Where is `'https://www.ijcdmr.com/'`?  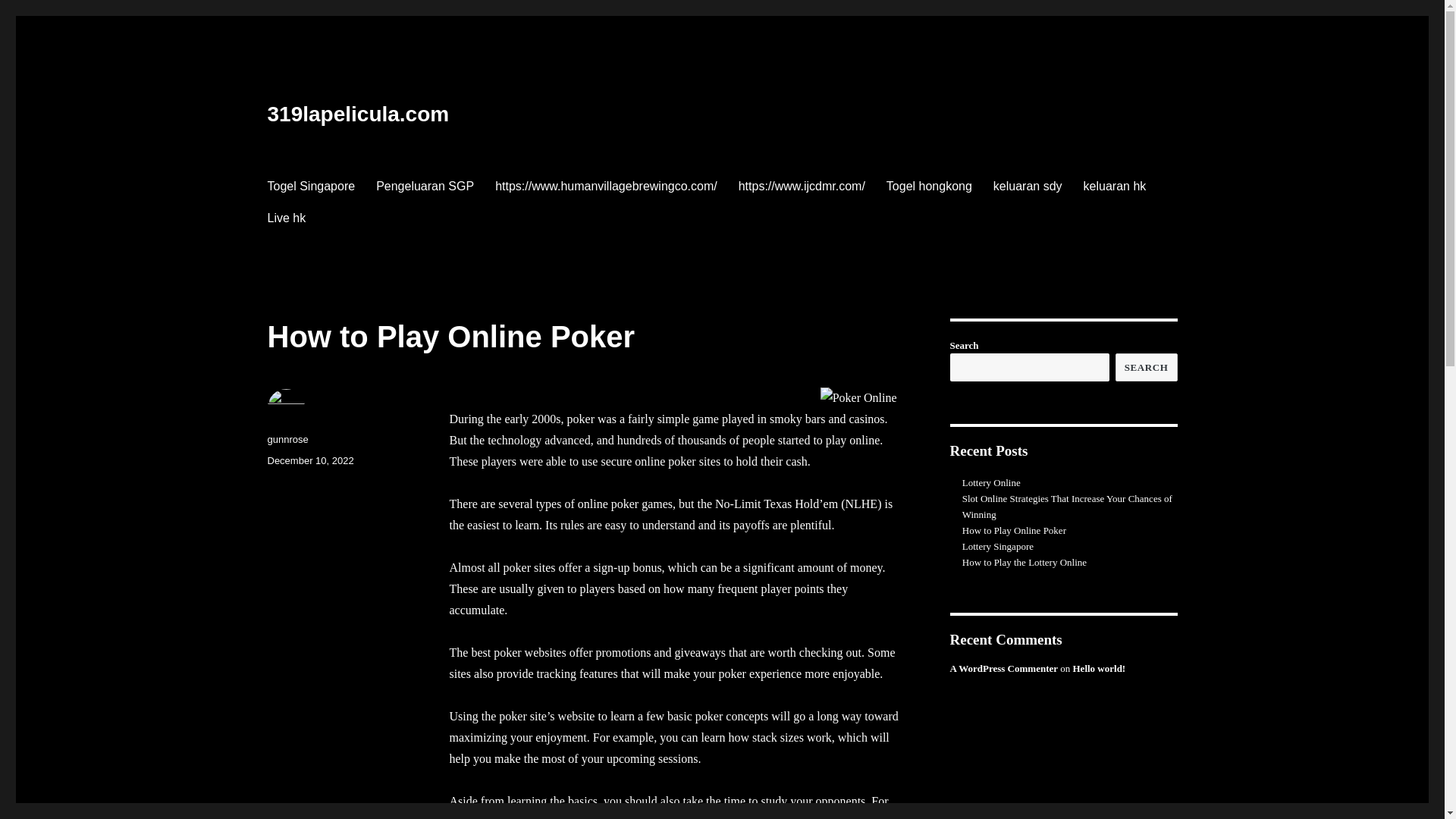
'https://www.ijcdmr.com/' is located at coordinates (801, 185).